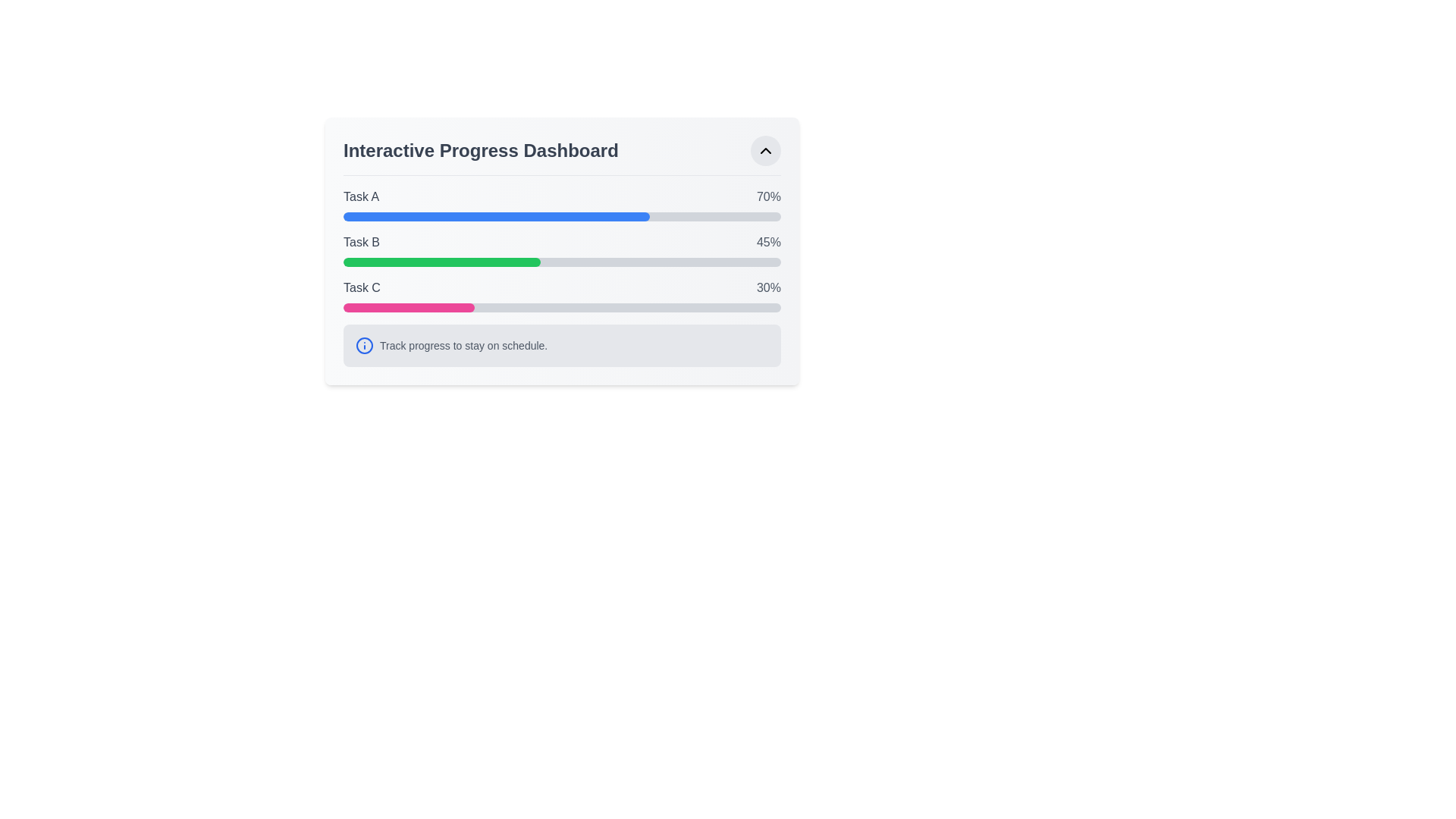 The width and height of the screenshot is (1456, 819). Describe the element at coordinates (360, 242) in the screenshot. I see `the Text label that identifies the task associated with the nearby progress bar, which is aligned vertically with the '45%' percentage label` at that location.